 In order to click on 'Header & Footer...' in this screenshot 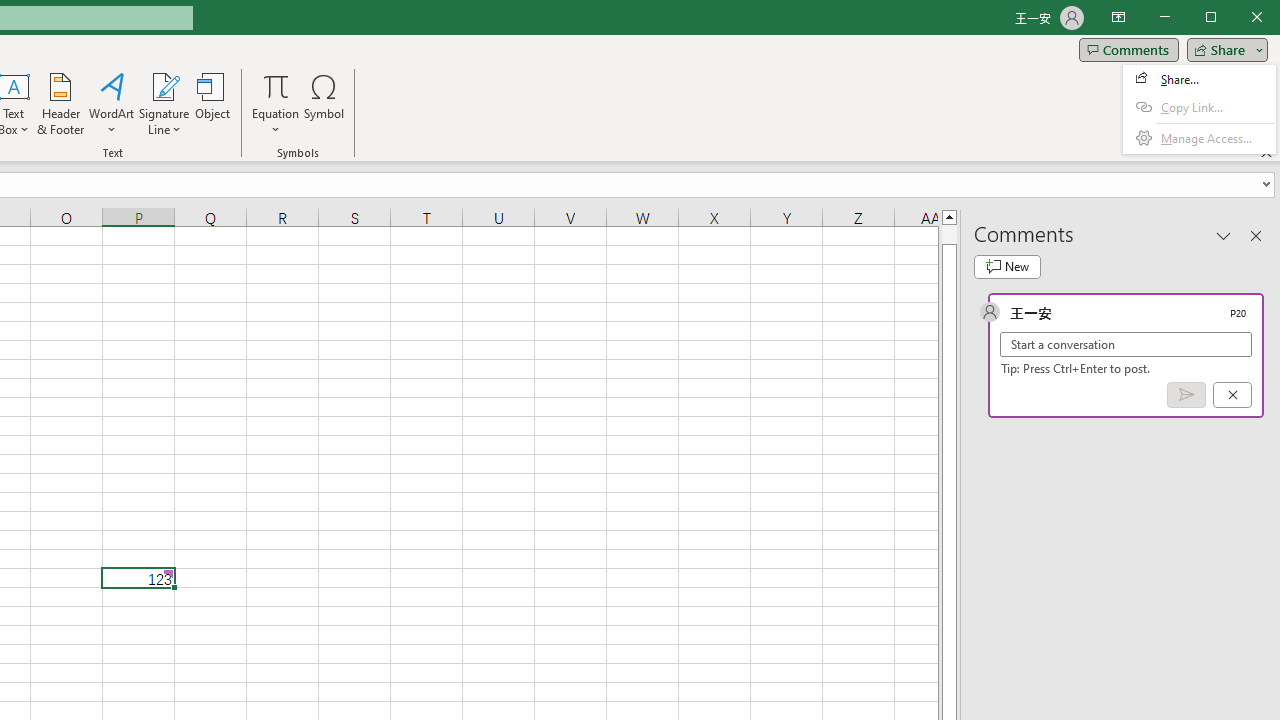, I will do `click(60, 104)`.